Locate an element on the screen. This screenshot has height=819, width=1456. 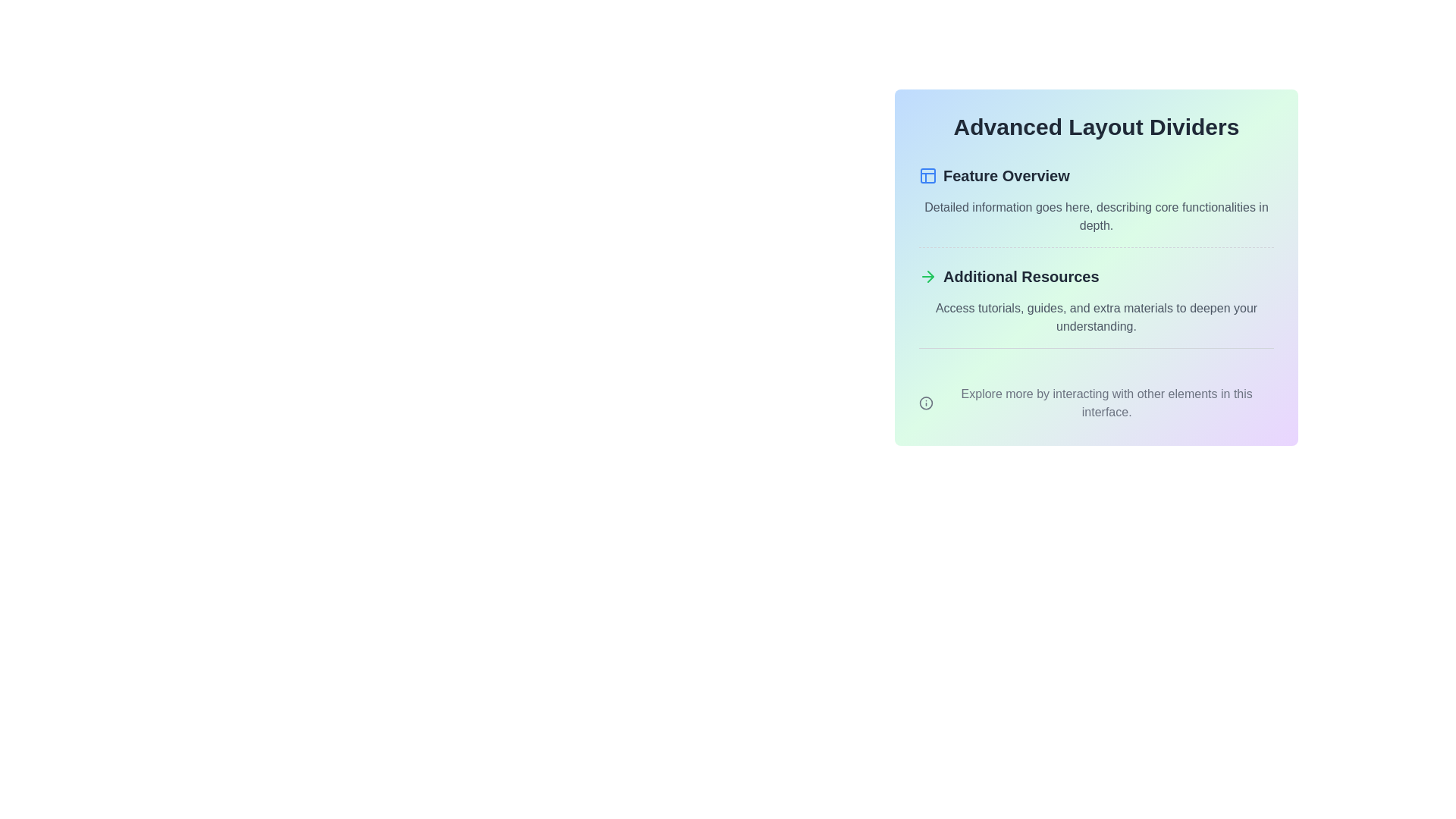
the text block that displays detailed information styled in light gray font, located below the 'Feature Overview' heading and above a dashed horizontal line is located at coordinates (1096, 216).